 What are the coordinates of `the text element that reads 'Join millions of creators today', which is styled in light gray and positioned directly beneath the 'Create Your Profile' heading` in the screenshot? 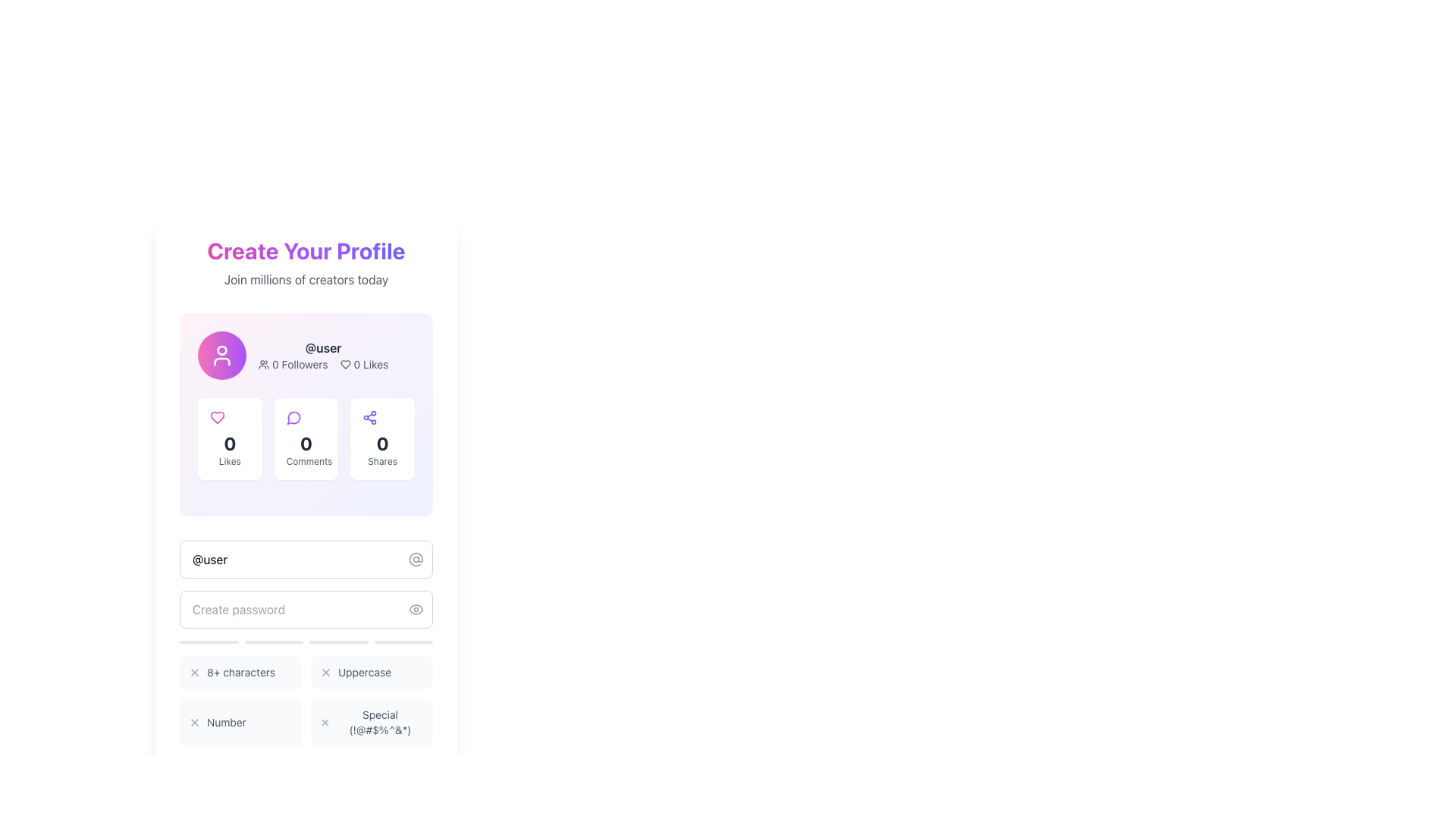 It's located at (305, 280).